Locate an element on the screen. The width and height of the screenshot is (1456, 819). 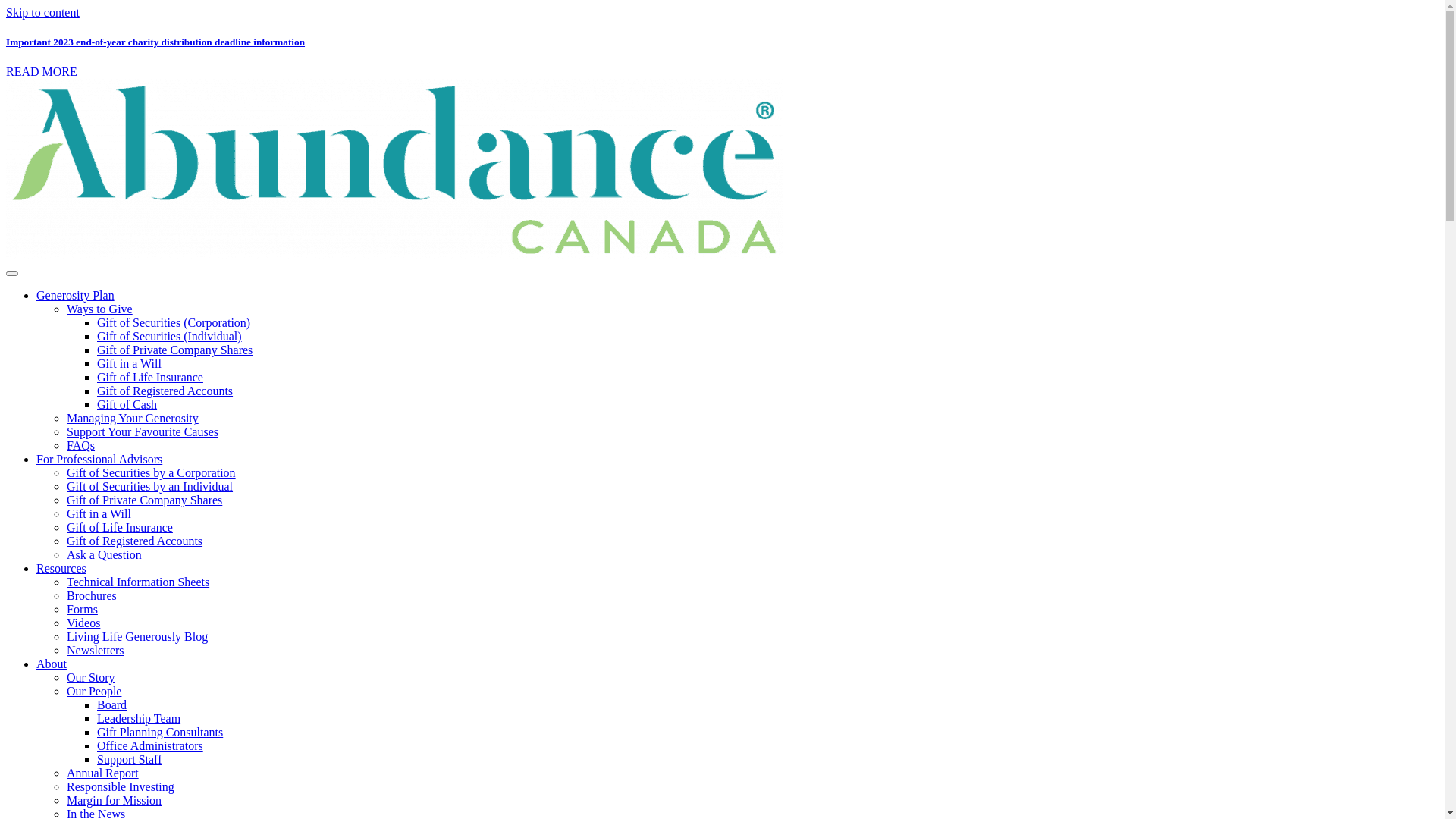
'Gift in a Will' is located at coordinates (98, 513).